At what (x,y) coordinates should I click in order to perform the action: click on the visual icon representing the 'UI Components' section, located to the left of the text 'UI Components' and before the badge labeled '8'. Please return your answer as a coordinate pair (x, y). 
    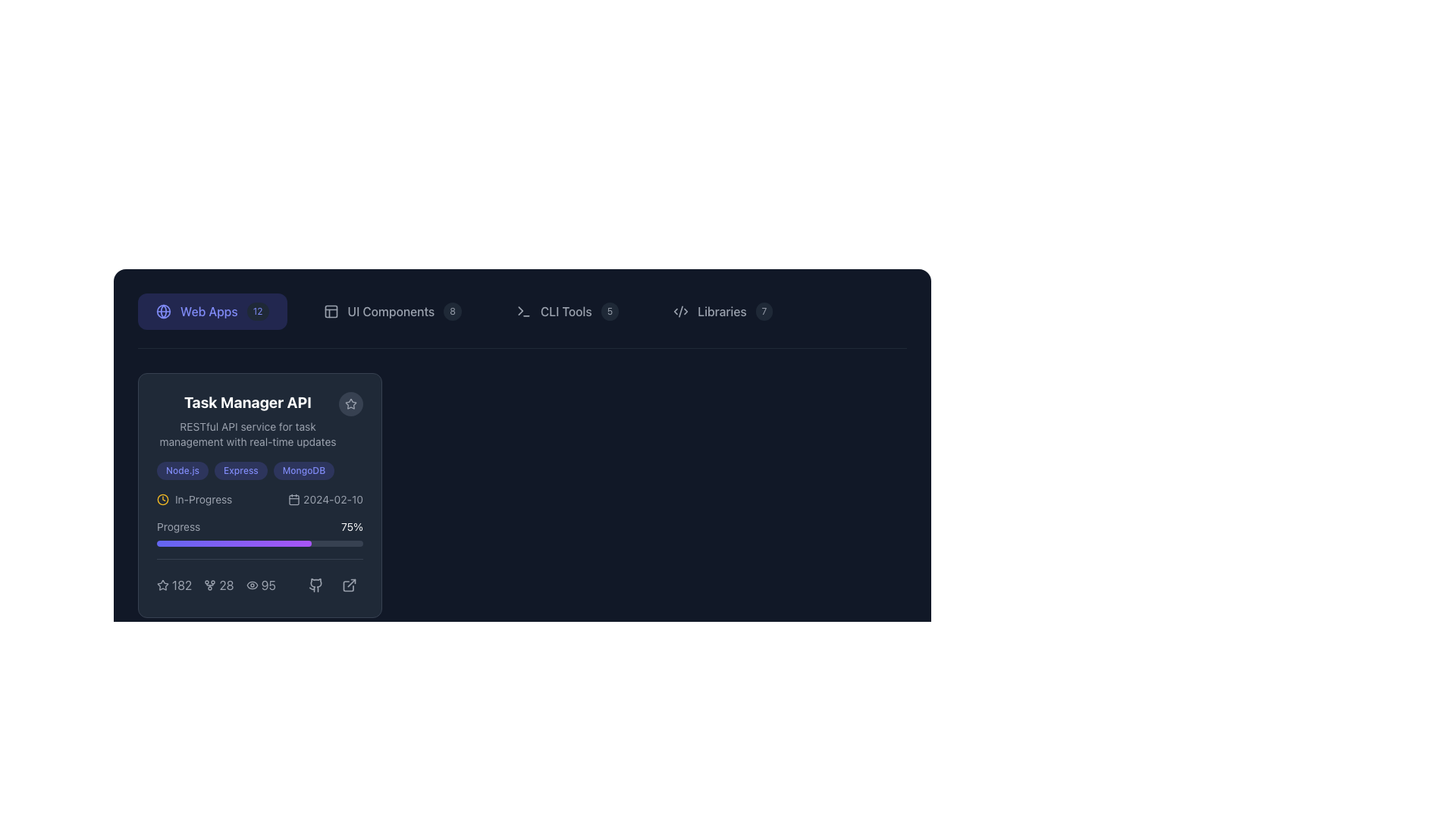
    Looking at the image, I should click on (330, 311).